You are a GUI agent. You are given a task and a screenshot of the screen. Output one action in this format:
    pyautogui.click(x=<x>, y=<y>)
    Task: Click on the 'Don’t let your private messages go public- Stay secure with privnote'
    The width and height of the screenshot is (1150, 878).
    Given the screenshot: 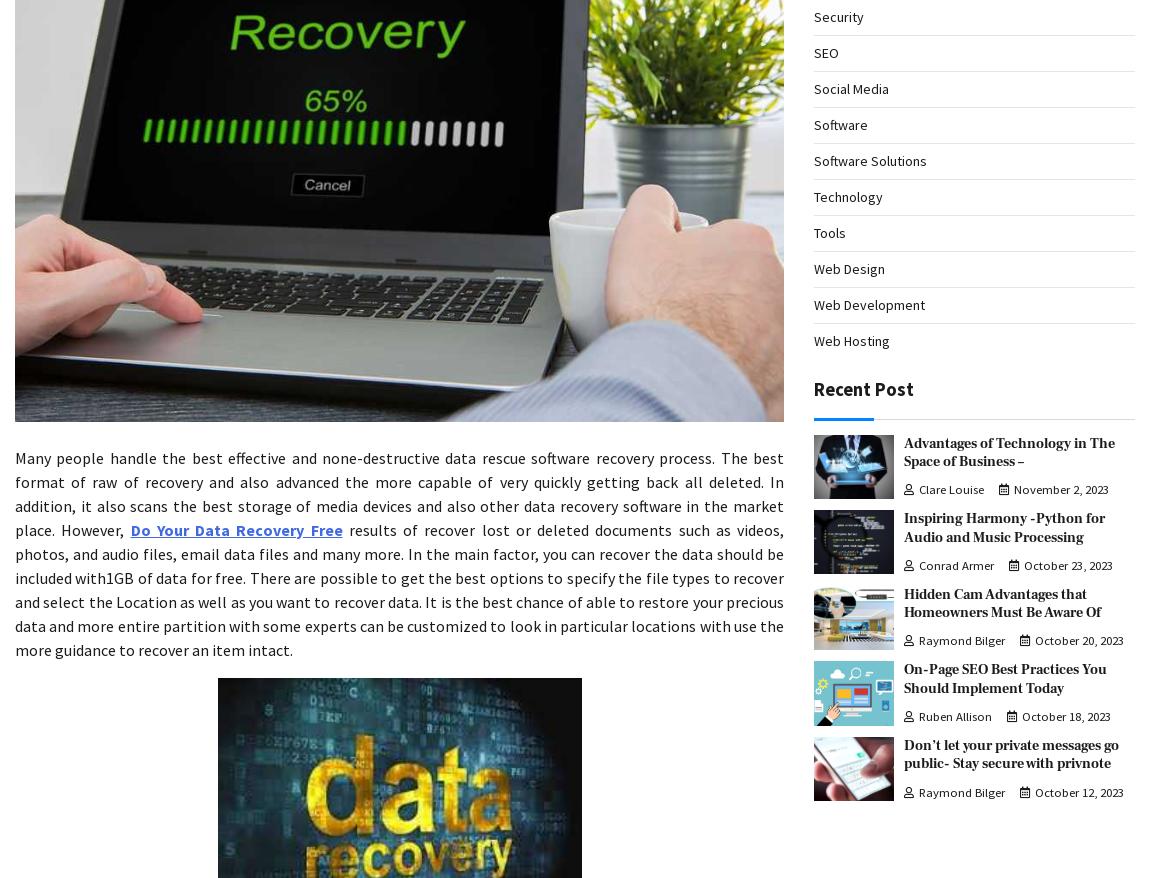 What is the action you would take?
    pyautogui.click(x=1011, y=754)
    